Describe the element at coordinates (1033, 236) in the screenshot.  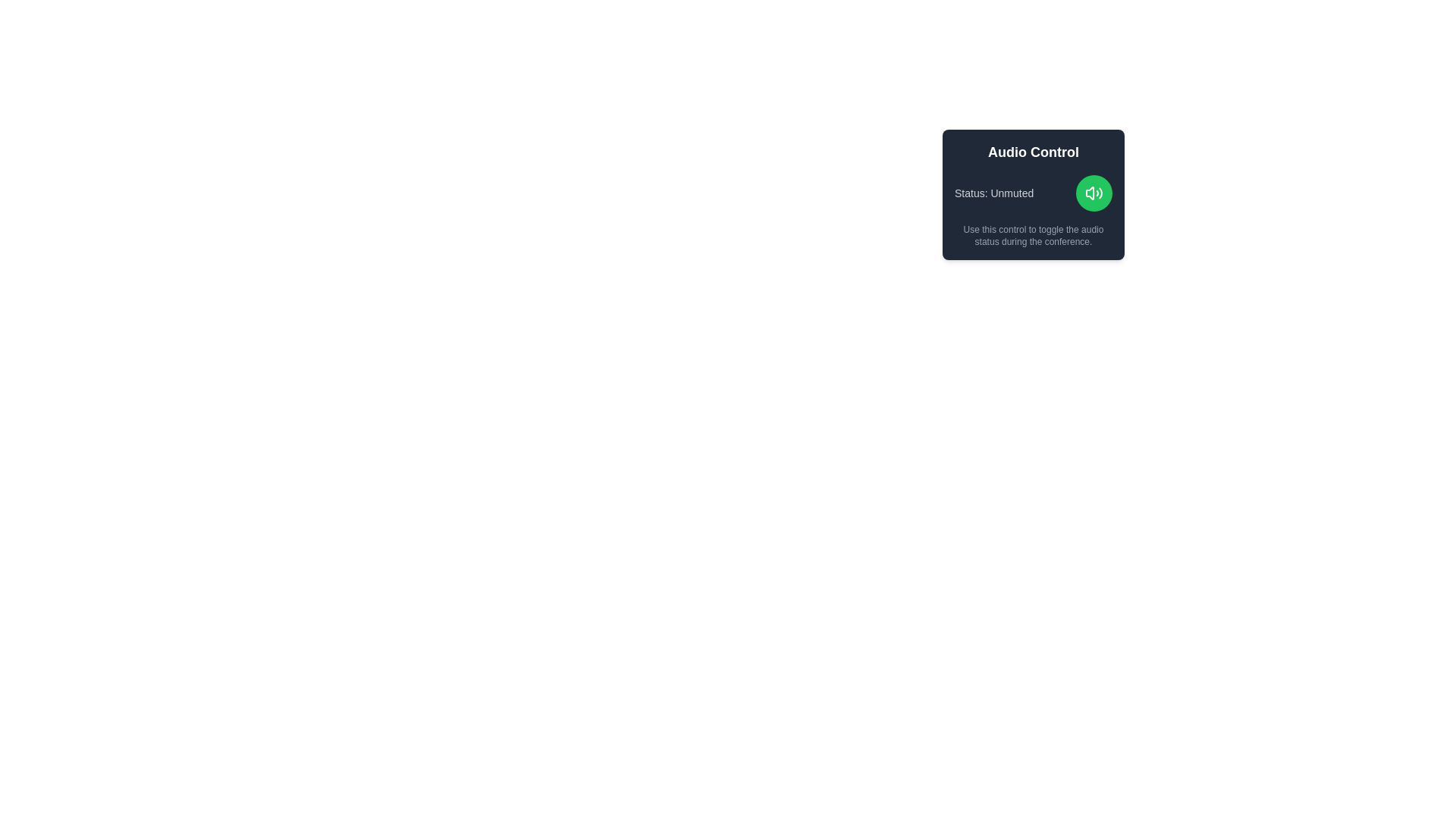
I see `the static text element that reads 'Use this control to toggle the audio status during the conference.', which is located within the 'Audio Control' card below the 'Status: Unmuted' label` at that location.